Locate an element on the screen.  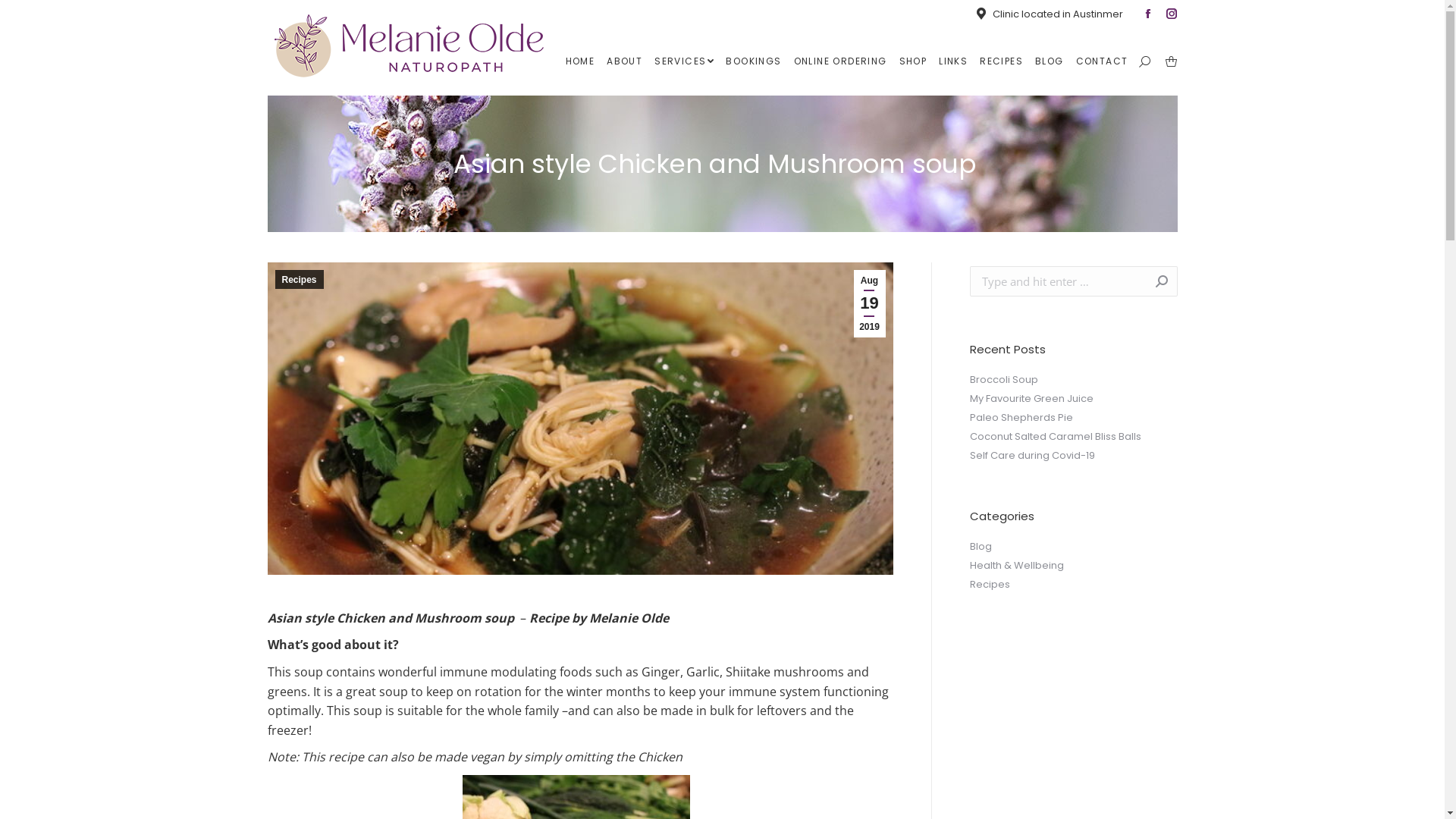
'Go!' is located at coordinates (1153, 281).